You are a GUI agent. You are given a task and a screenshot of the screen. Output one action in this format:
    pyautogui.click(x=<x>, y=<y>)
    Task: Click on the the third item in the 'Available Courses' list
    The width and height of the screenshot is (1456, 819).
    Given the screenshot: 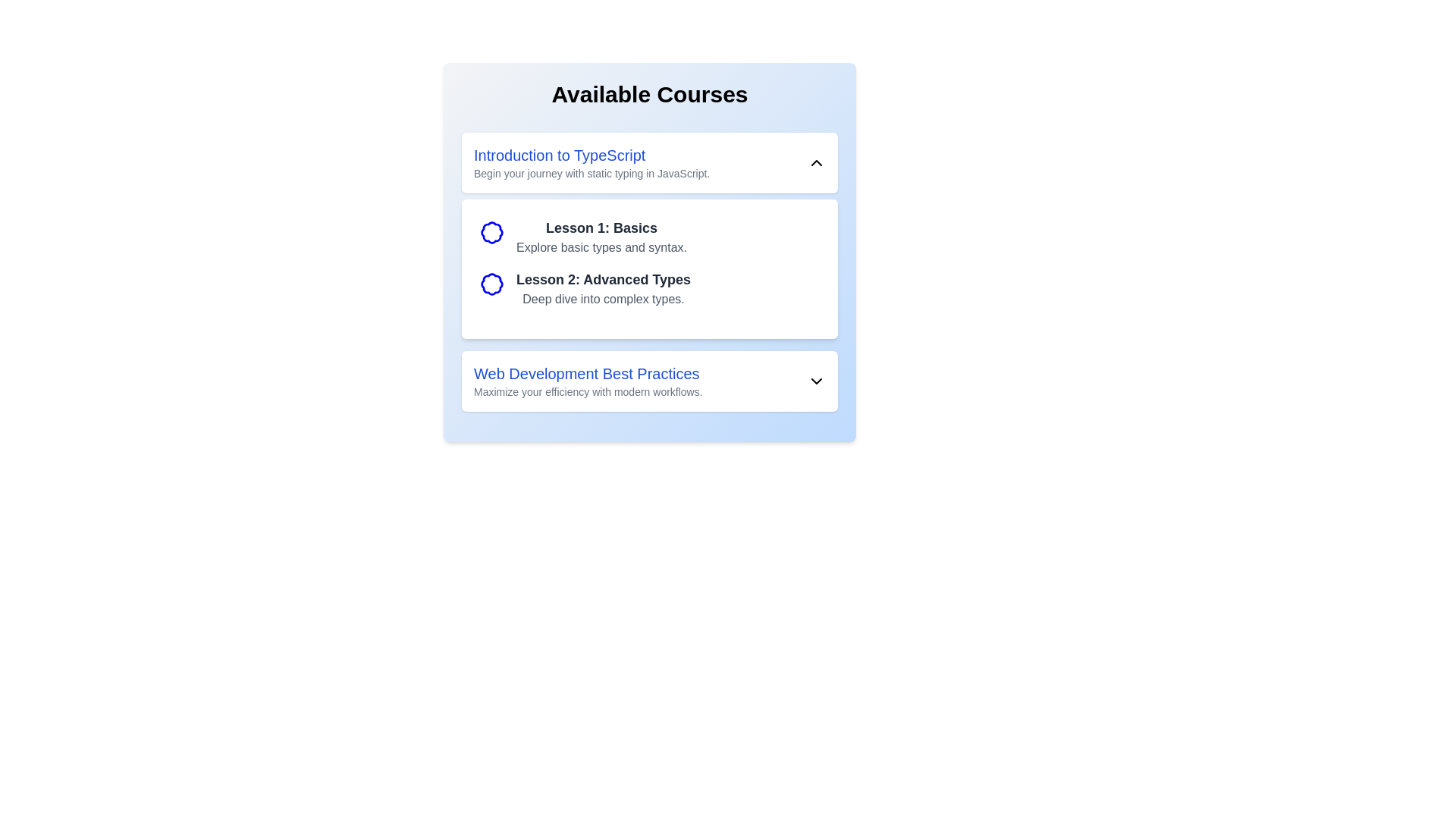 What is the action you would take?
    pyautogui.click(x=650, y=380)
    